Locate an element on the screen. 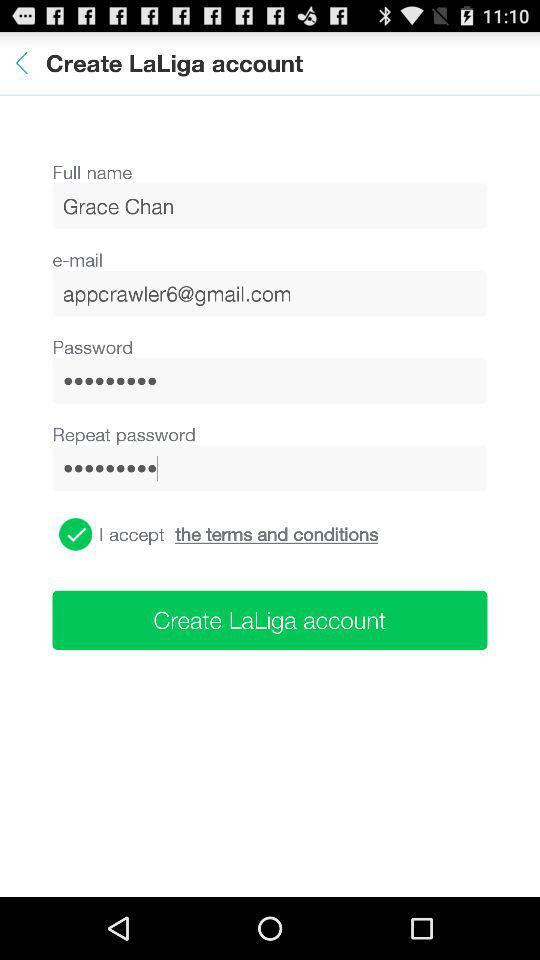  appcrawler6@gmail.com is located at coordinates (270, 292).